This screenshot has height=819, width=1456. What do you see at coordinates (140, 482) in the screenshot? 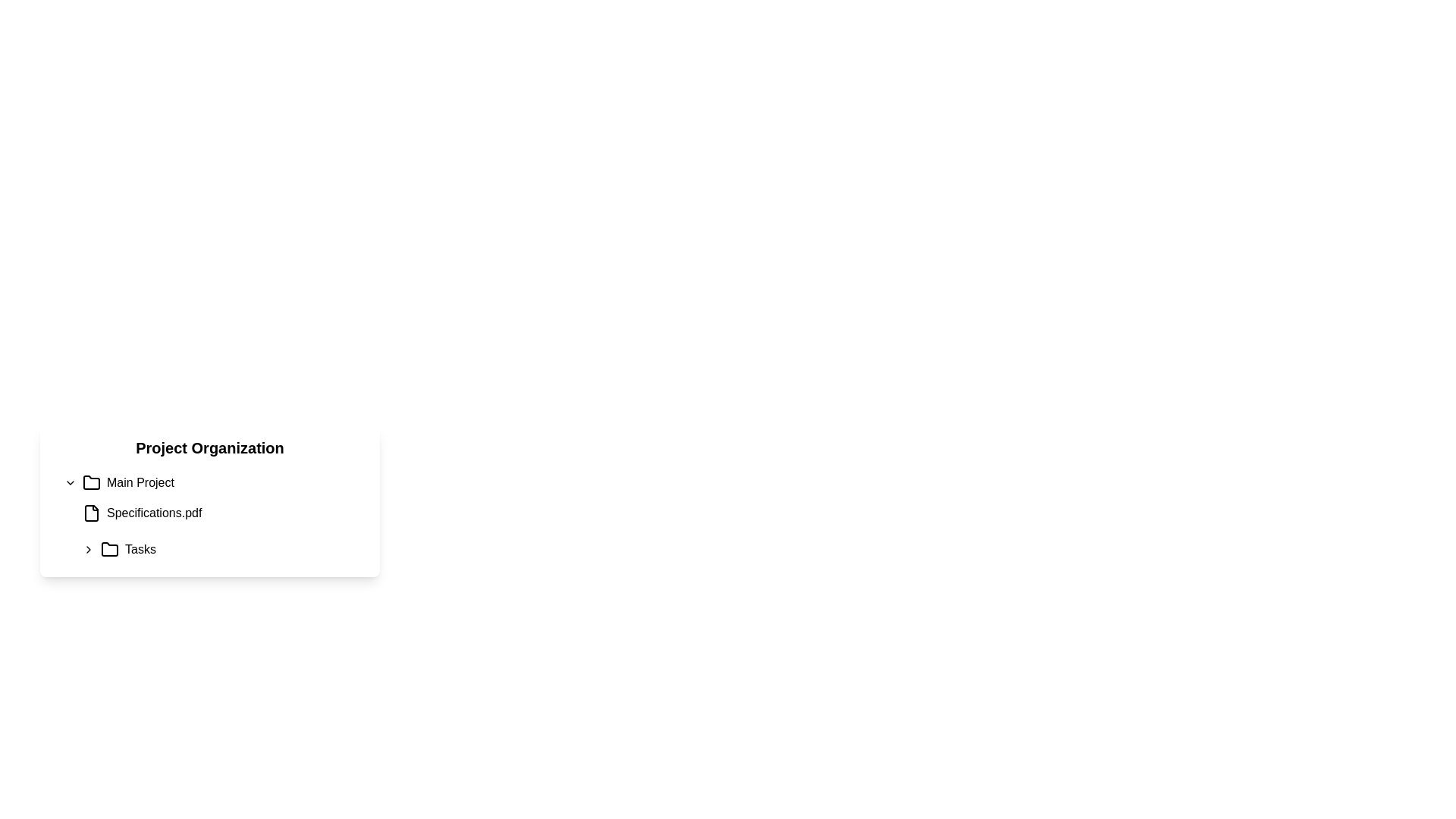
I see `the text label displaying 'Main Project' located under the 'Project Organization' header` at bounding box center [140, 482].